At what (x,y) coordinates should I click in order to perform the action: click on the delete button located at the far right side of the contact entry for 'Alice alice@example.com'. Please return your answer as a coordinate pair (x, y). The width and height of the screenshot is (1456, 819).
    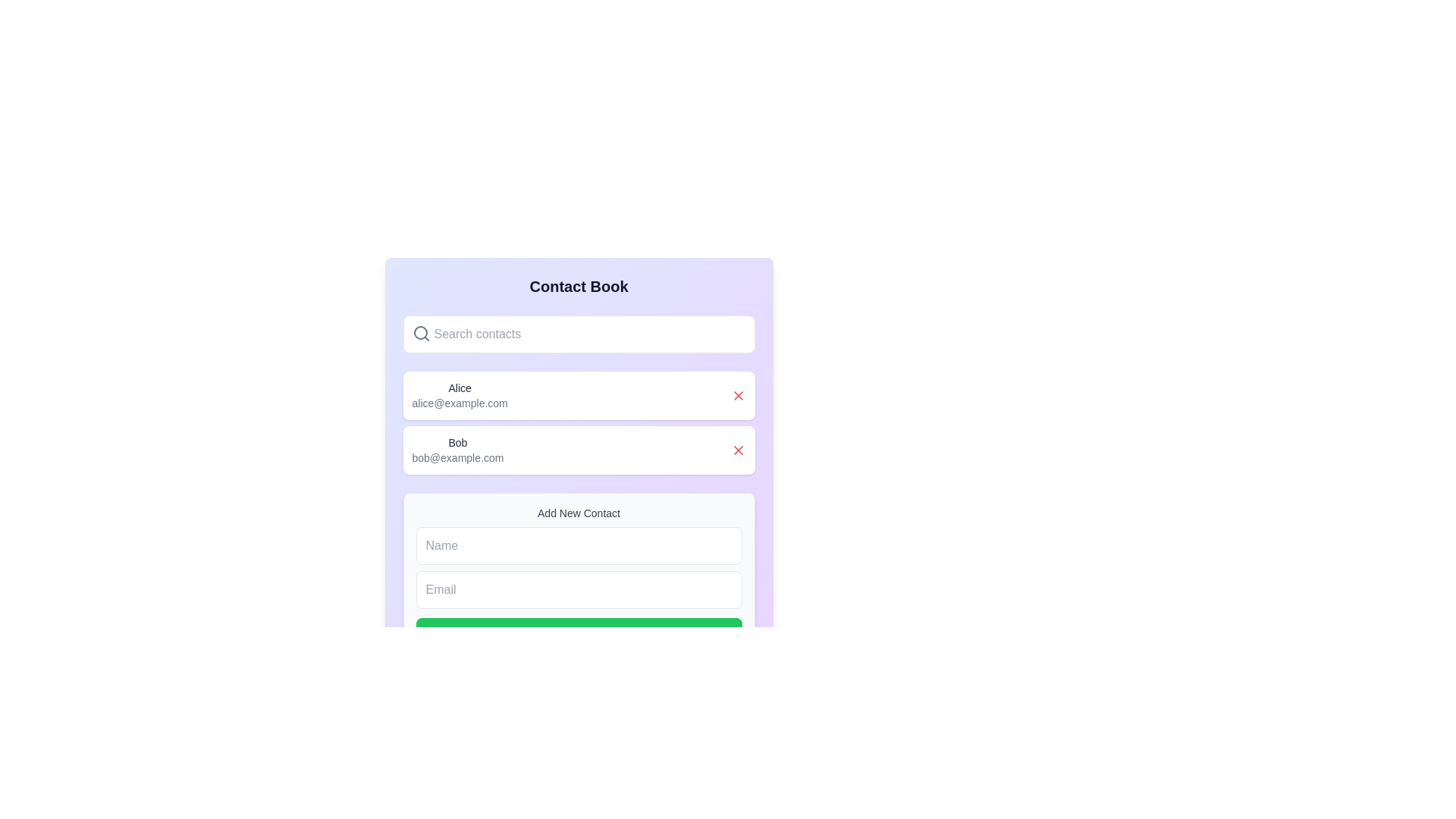
    Looking at the image, I should click on (738, 394).